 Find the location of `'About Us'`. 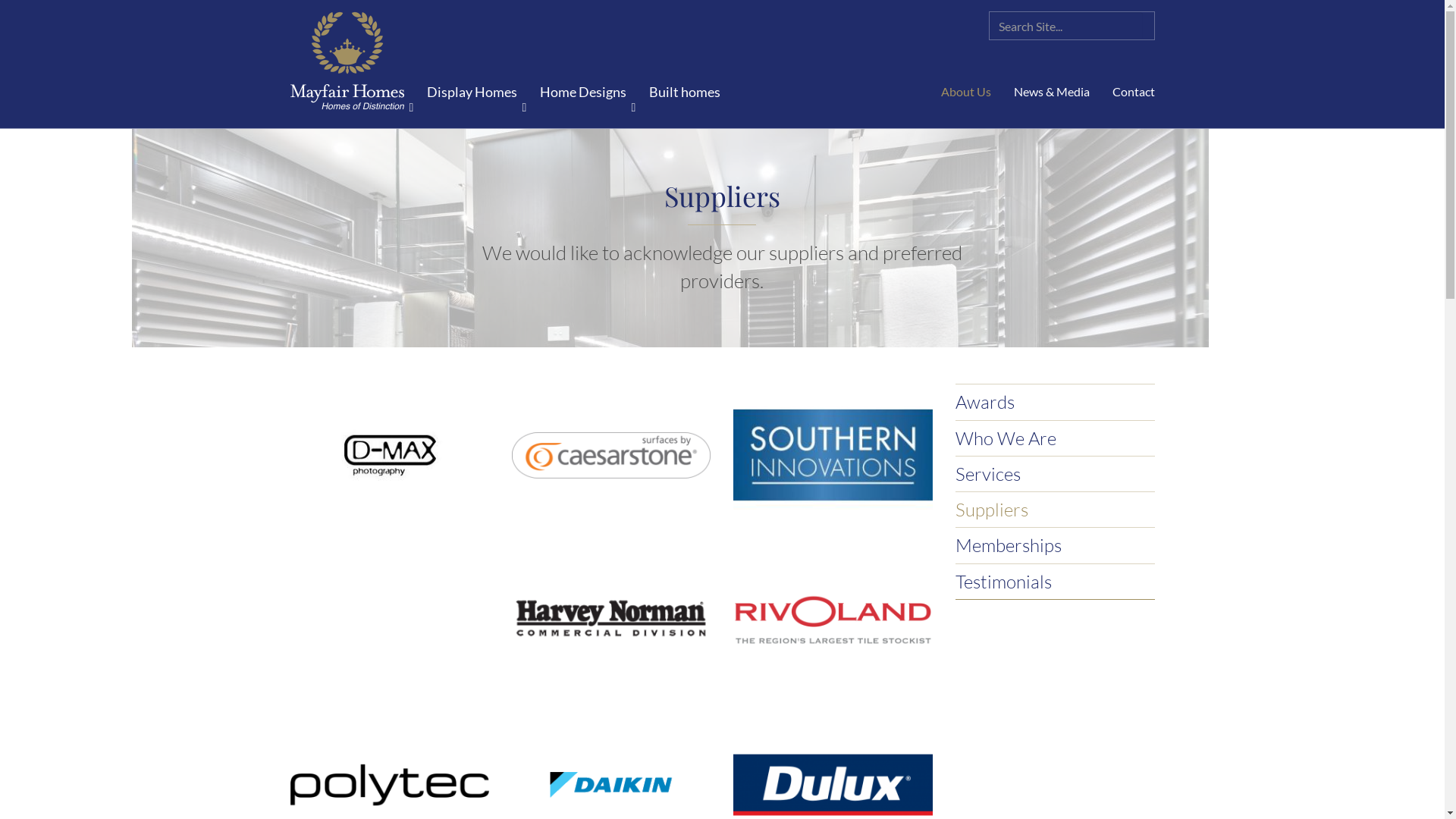

'About Us' is located at coordinates (928, 91).